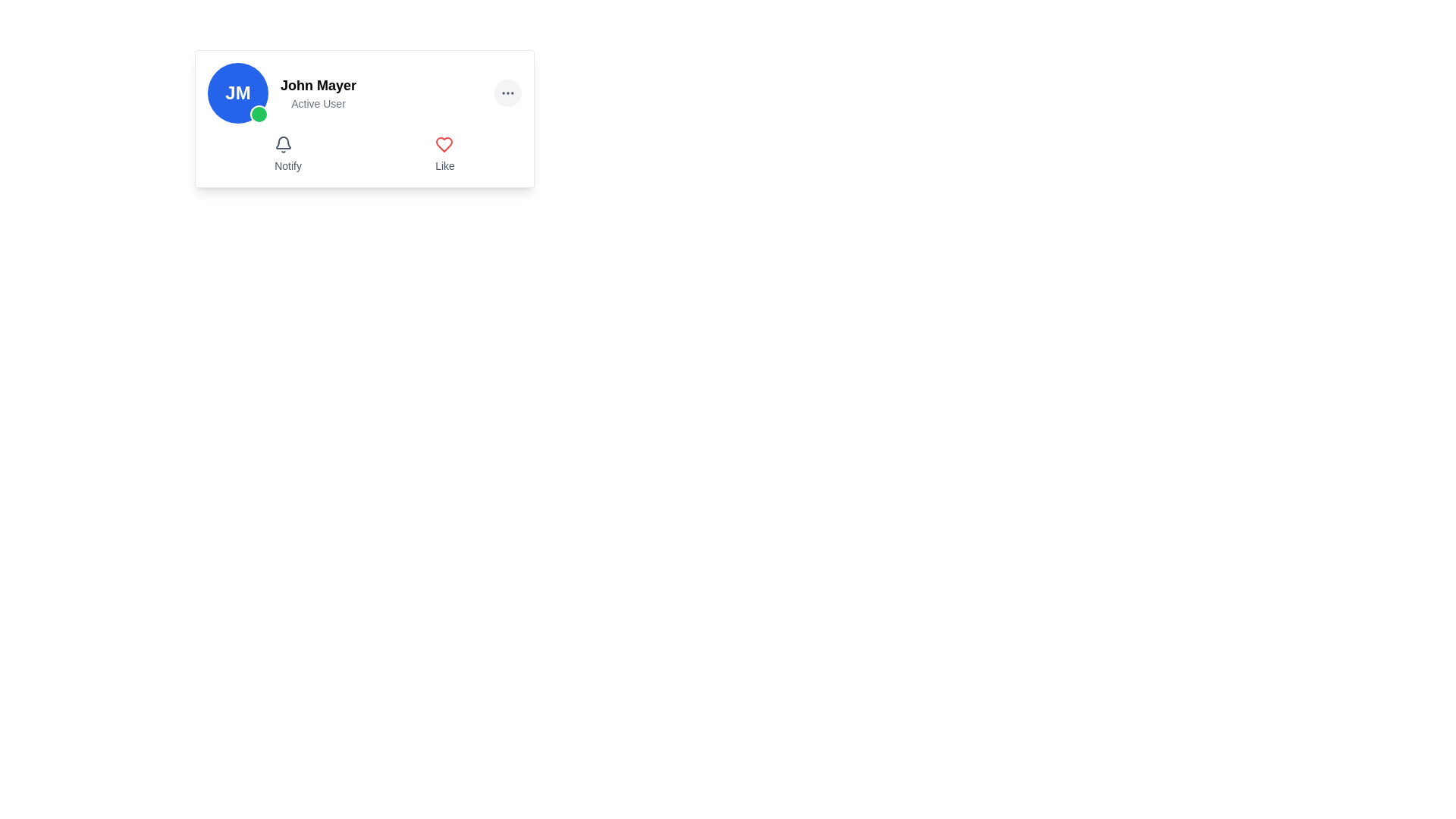  I want to click on the leftmost notification icon located in the top-right corner of the 'John Mayer - Active User' card interface for notification-related actions, so click(284, 143).